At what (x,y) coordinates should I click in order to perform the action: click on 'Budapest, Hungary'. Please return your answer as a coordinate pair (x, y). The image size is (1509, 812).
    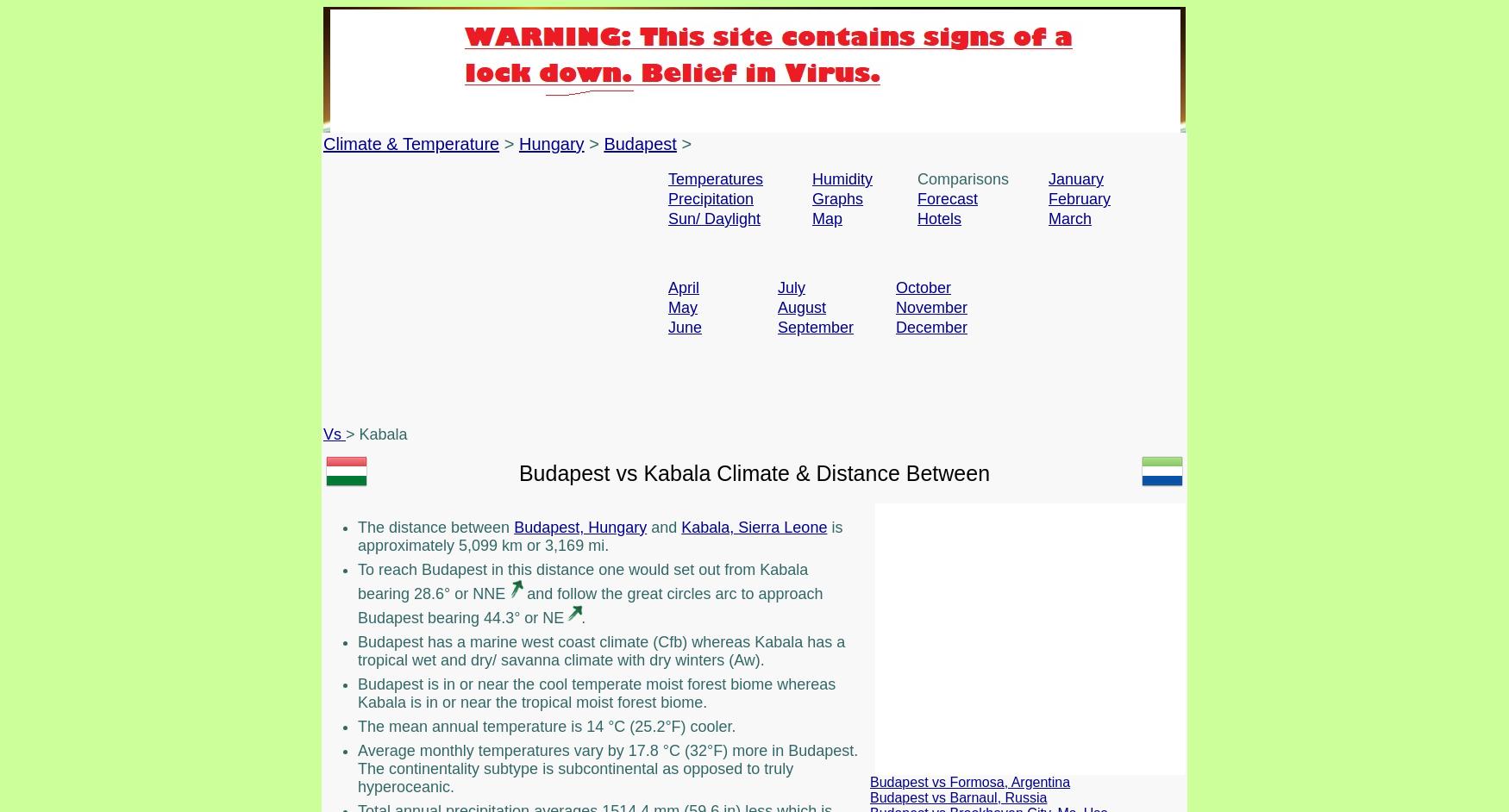
    Looking at the image, I should click on (579, 526).